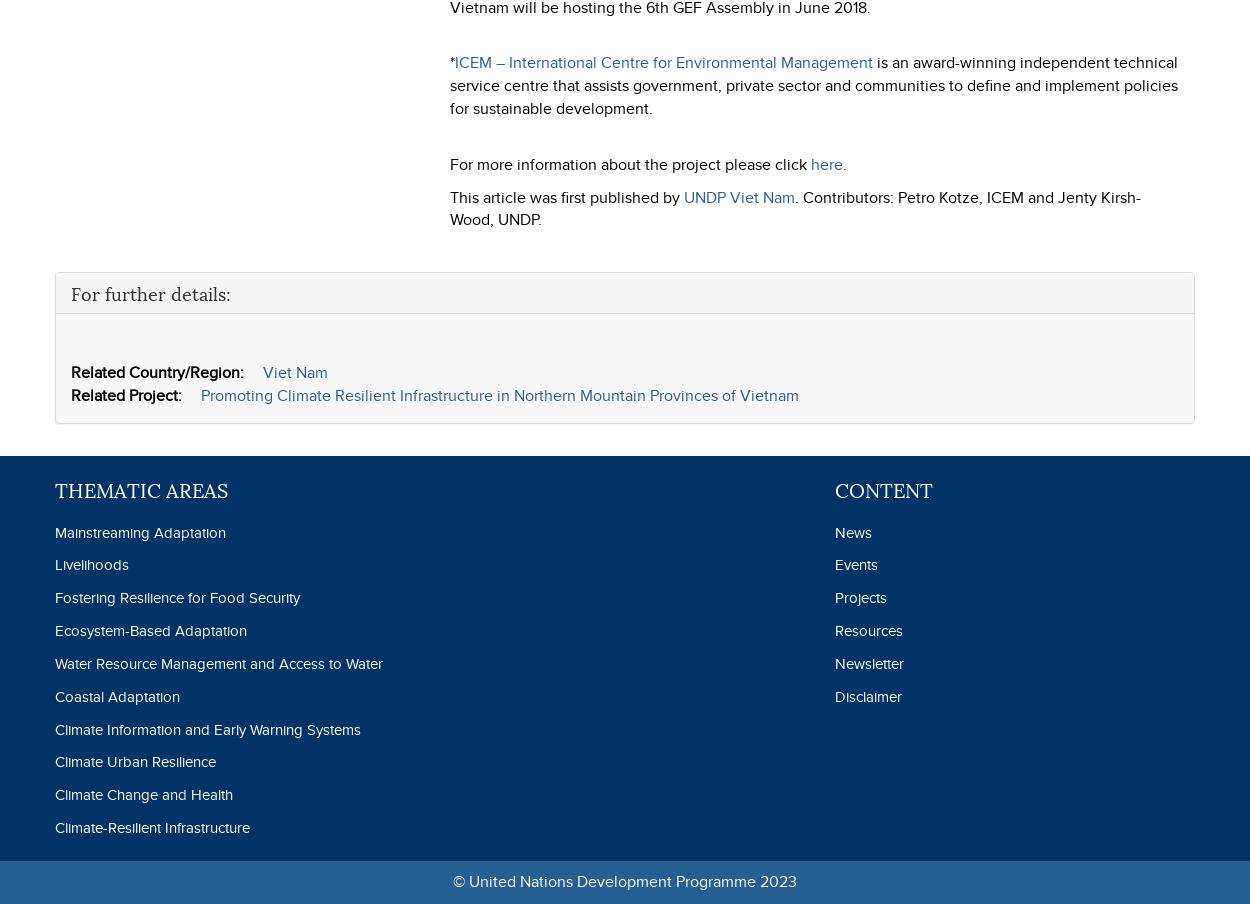 The image size is (1250, 904). I want to click on 'is an award-winning independent technical service centre that assists government, private sector and communities to define and implement policies for sustainable development.', so click(813, 85).